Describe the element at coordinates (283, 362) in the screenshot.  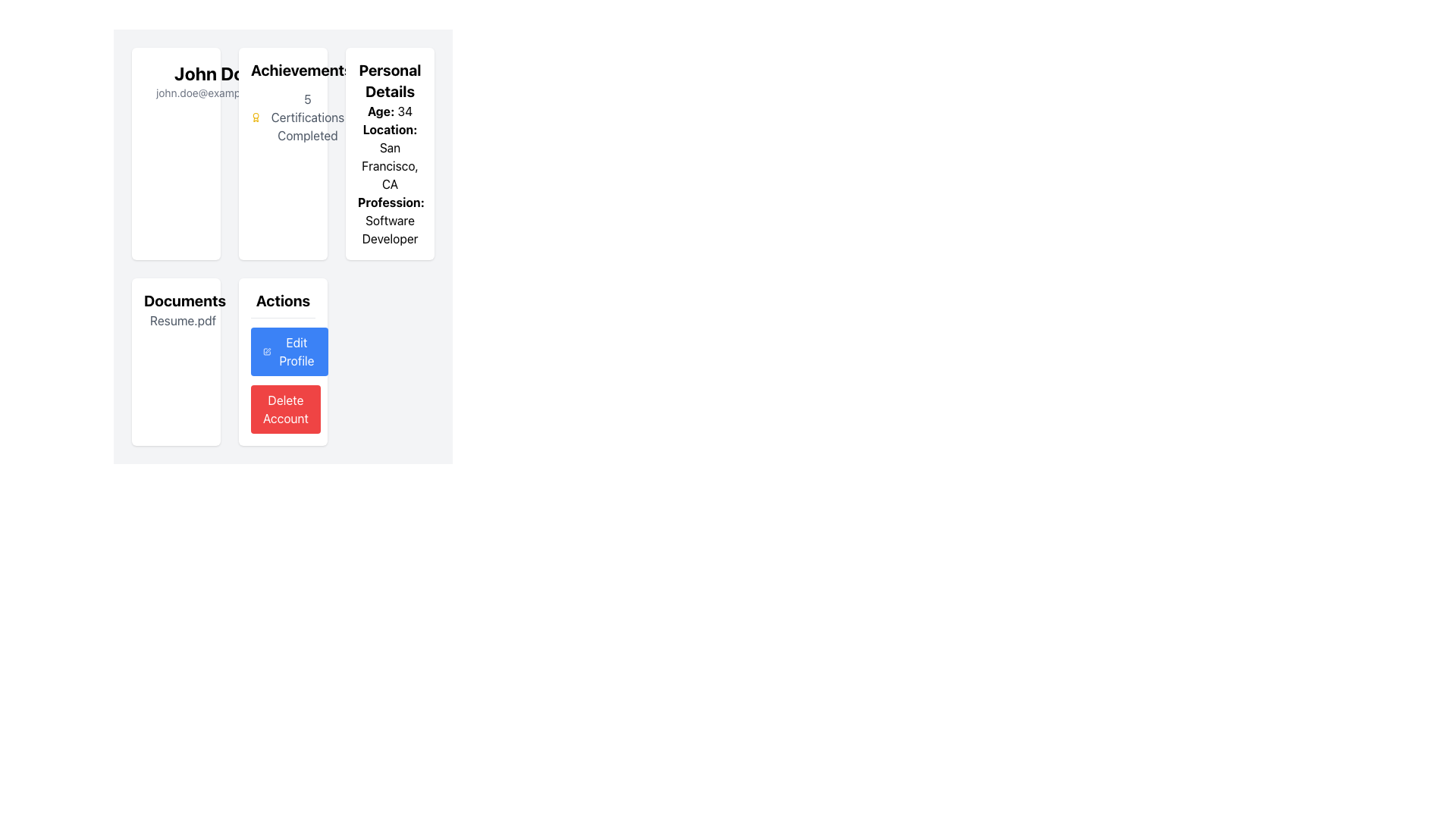
I see `the buttons in the 'Actions' card, which contains 'Edit Profile' and 'Delete Account' buttons` at that location.